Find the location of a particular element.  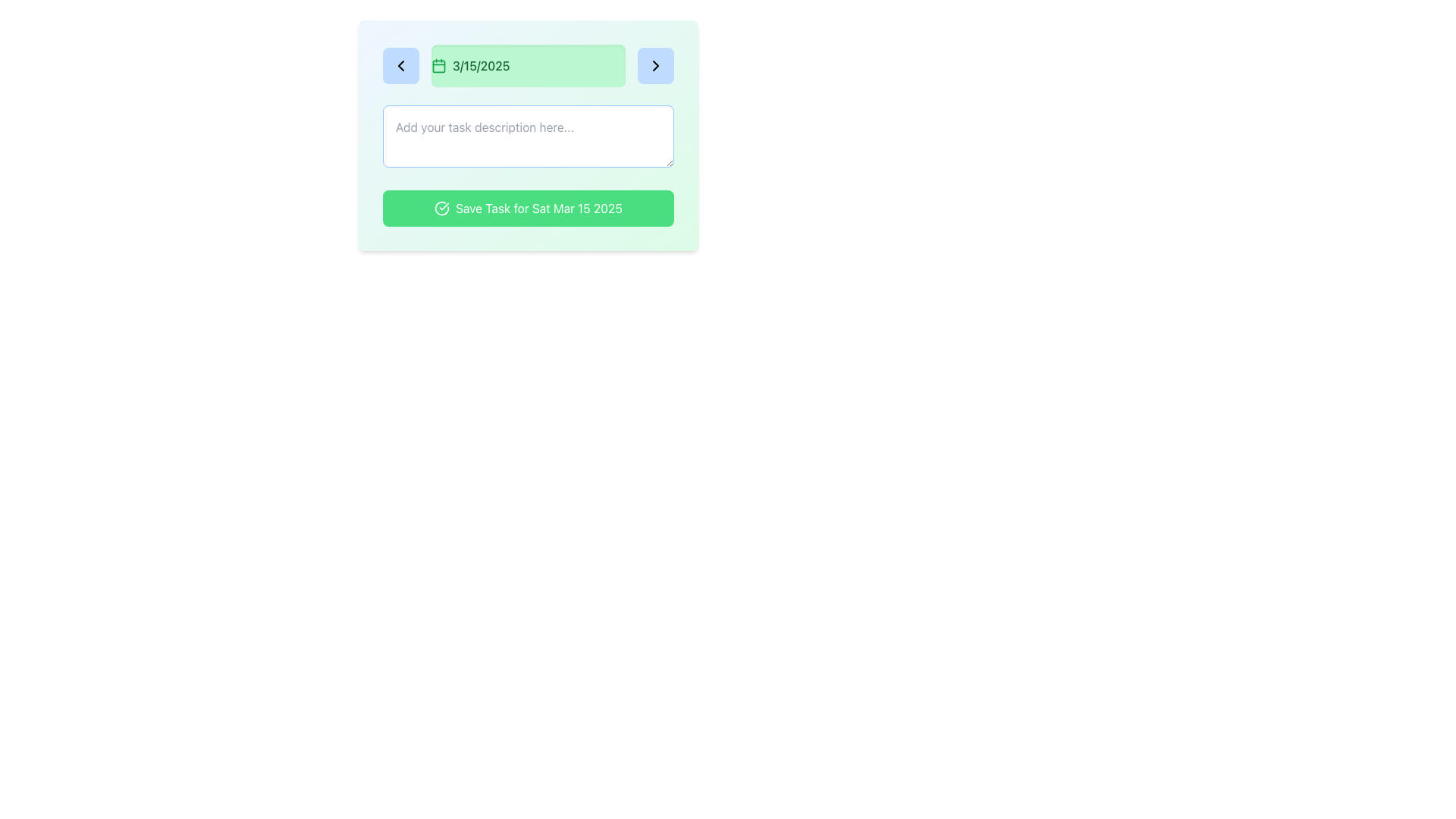

the small calendar icon with a green outline positioned next to the text '3/15/2025' is located at coordinates (438, 65).